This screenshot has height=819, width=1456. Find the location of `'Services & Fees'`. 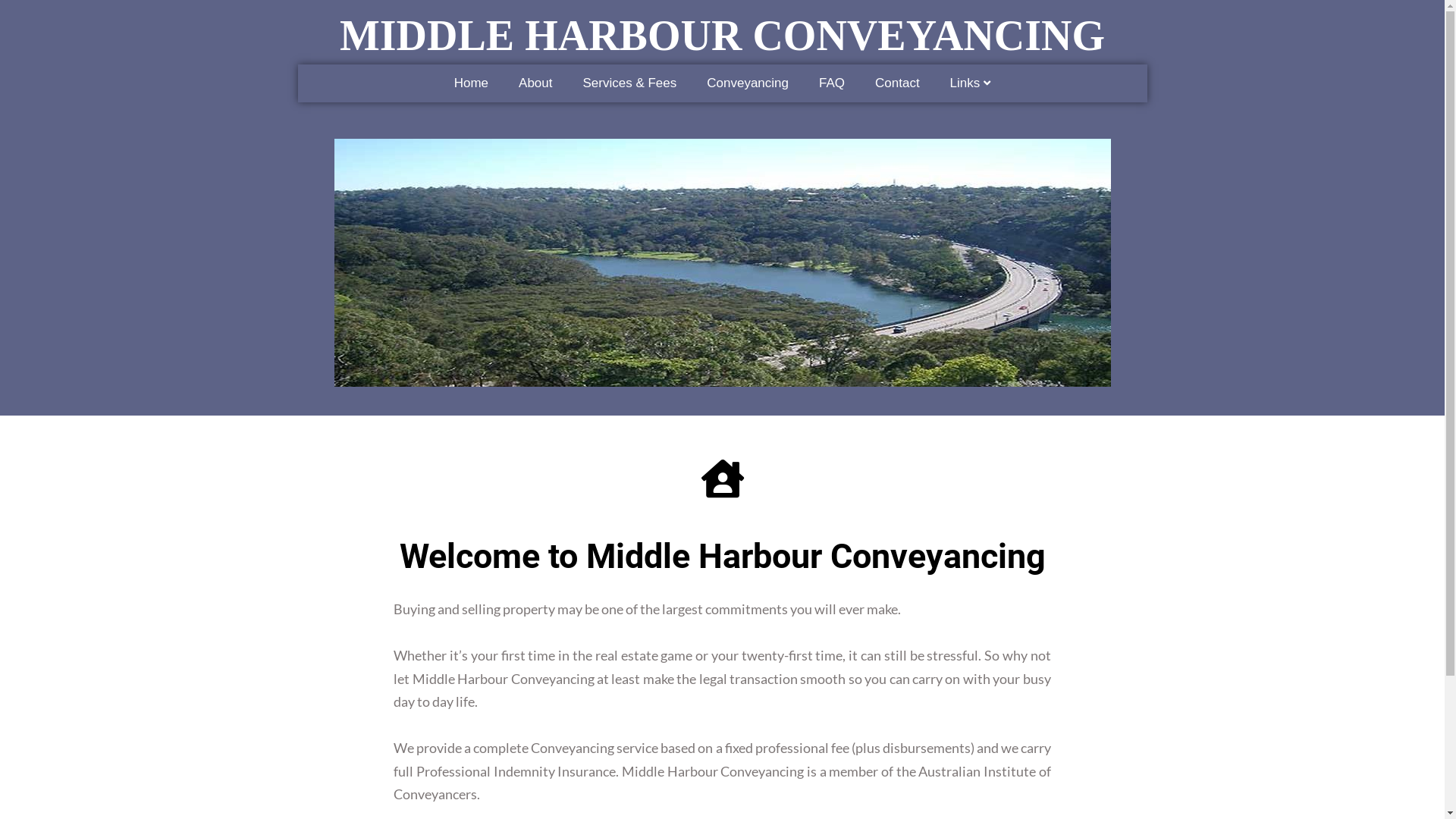

'Services & Fees' is located at coordinates (566, 83).